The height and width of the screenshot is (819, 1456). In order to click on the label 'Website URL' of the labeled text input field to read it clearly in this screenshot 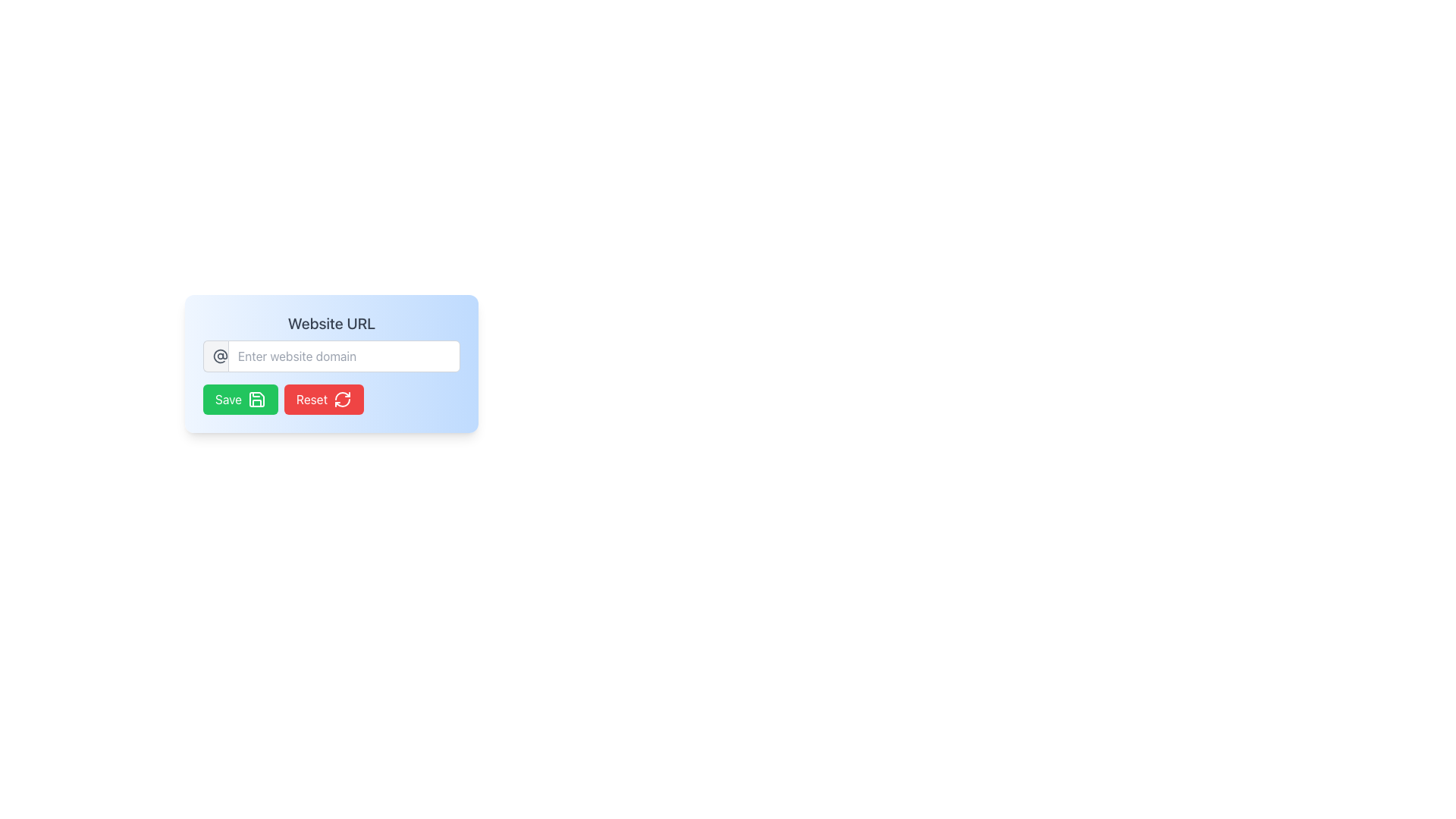, I will do `click(331, 342)`.